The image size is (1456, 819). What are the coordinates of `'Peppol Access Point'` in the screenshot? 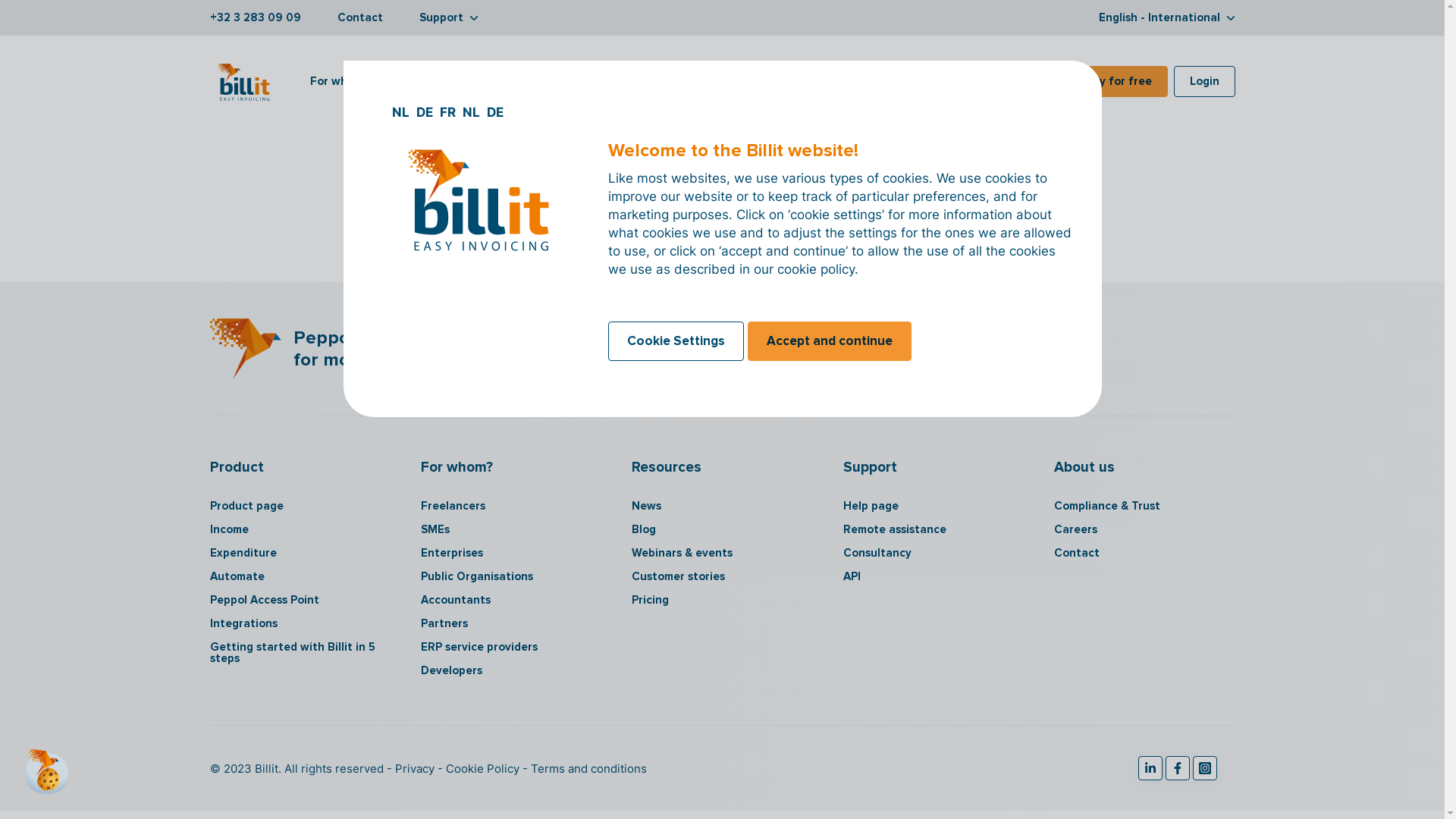 It's located at (299, 599).